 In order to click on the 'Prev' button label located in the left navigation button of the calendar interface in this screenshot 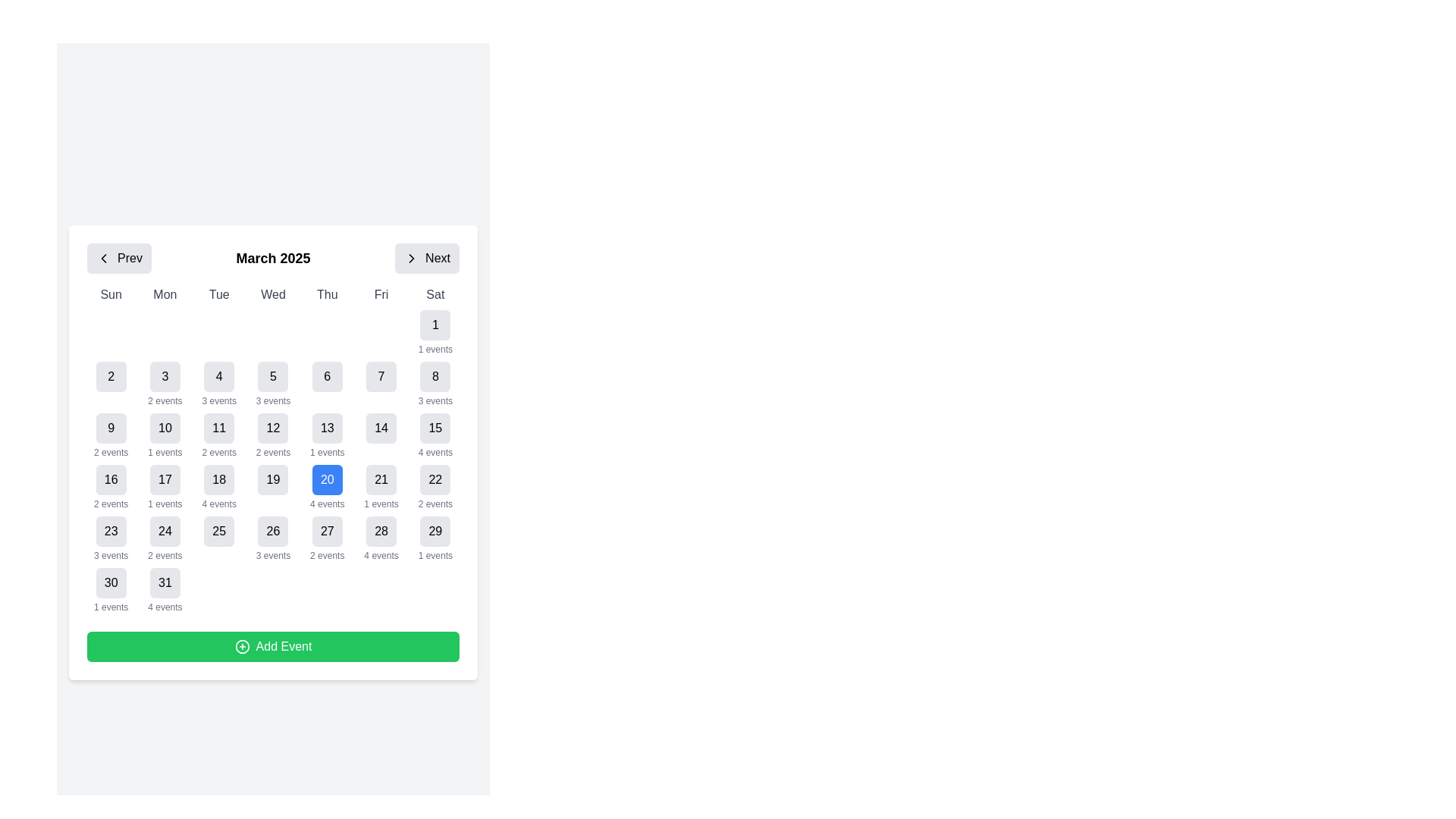, I will do `click(130, 257)`.